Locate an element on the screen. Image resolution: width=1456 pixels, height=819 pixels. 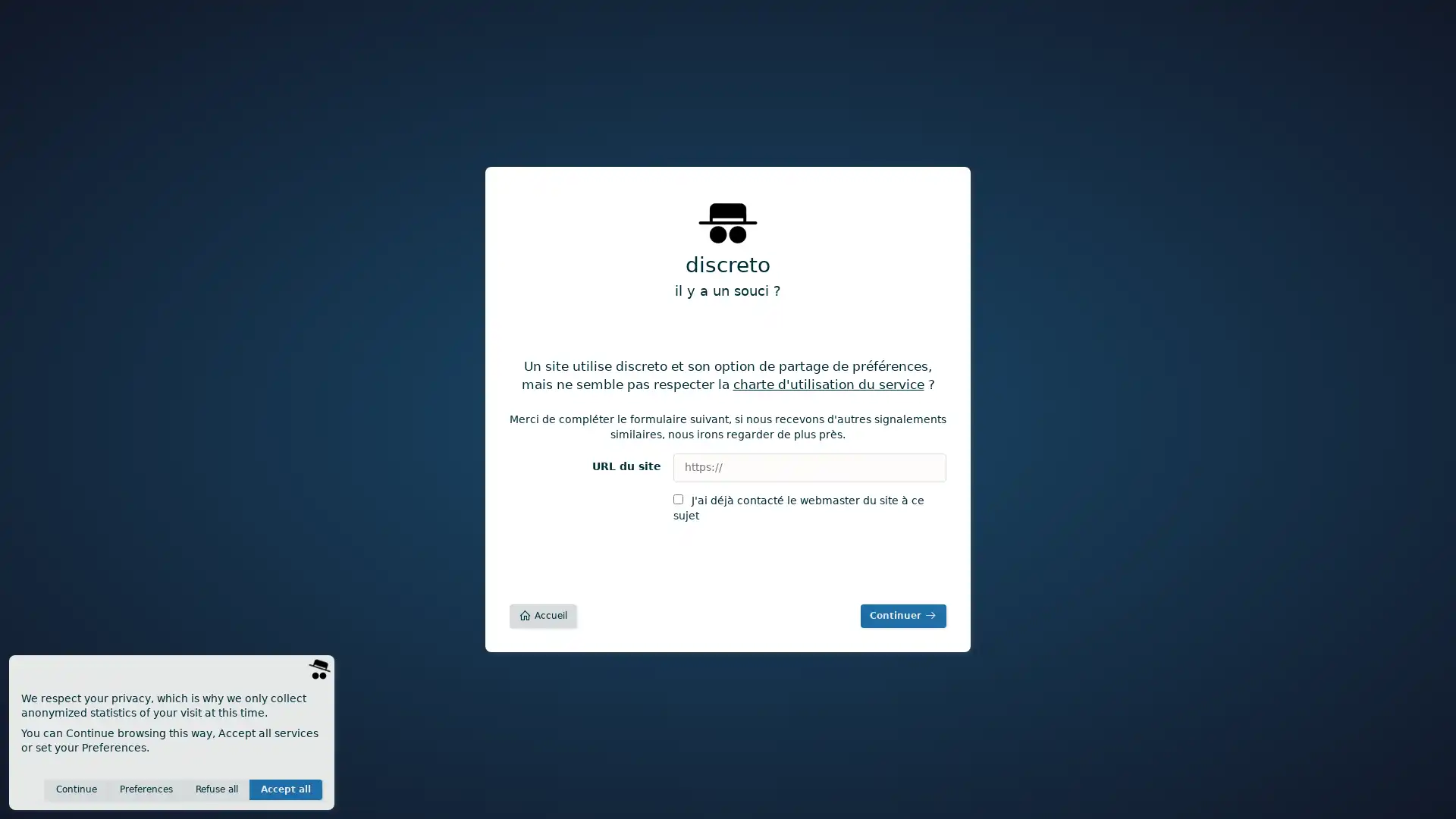
Preferences is located at coordinates (146, 789).